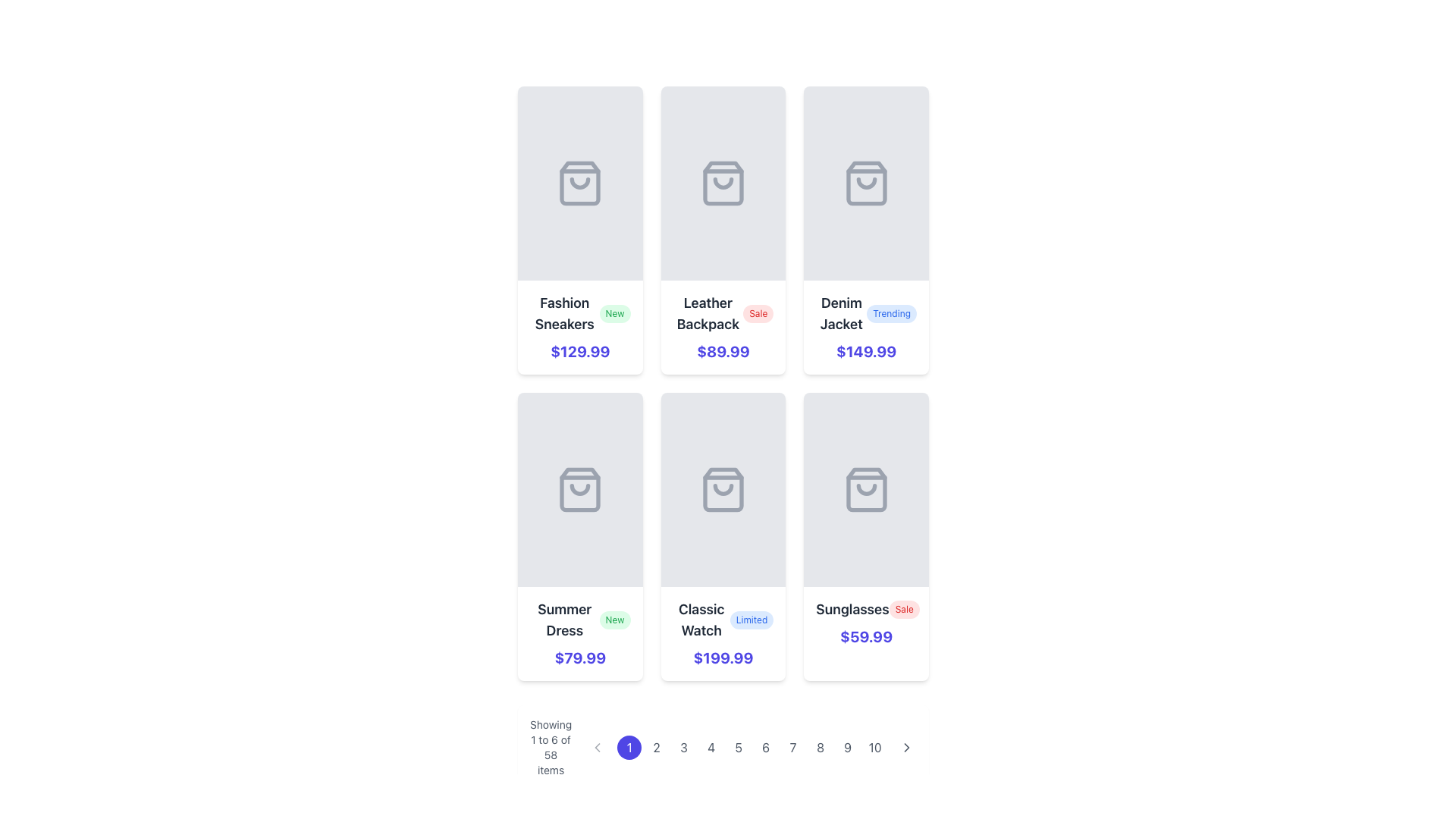 The width and height of the screenshot is (1456, 819). What do you see at coordinates (820, 747) in the screenshot?
I see `the pagination button that navigates to the 8th page of content, located between the buttons for pages 7 and 9` at bounding box center [820, 747].